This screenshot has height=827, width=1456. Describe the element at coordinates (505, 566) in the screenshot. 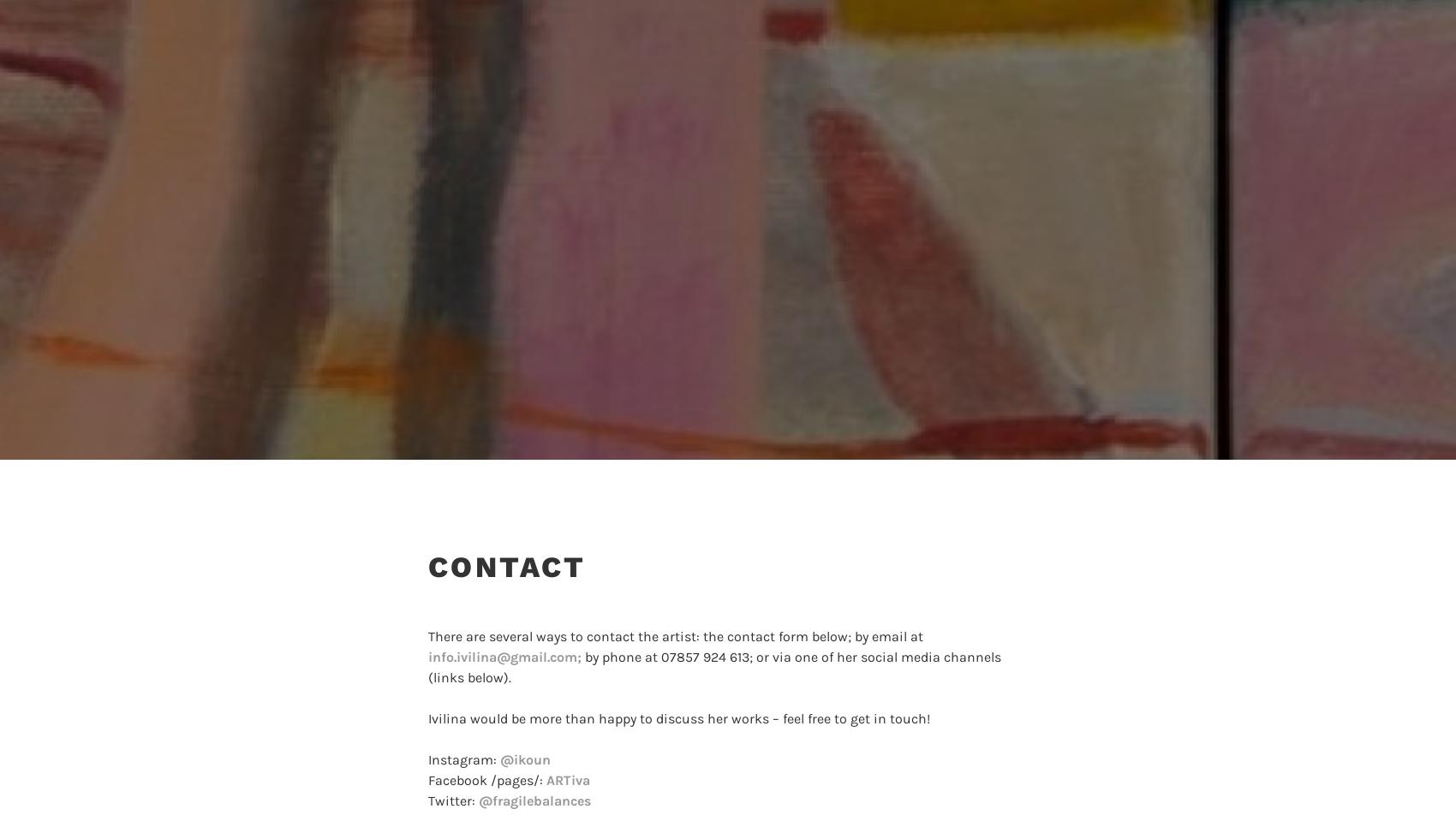

I see `'Contact'` at that location.